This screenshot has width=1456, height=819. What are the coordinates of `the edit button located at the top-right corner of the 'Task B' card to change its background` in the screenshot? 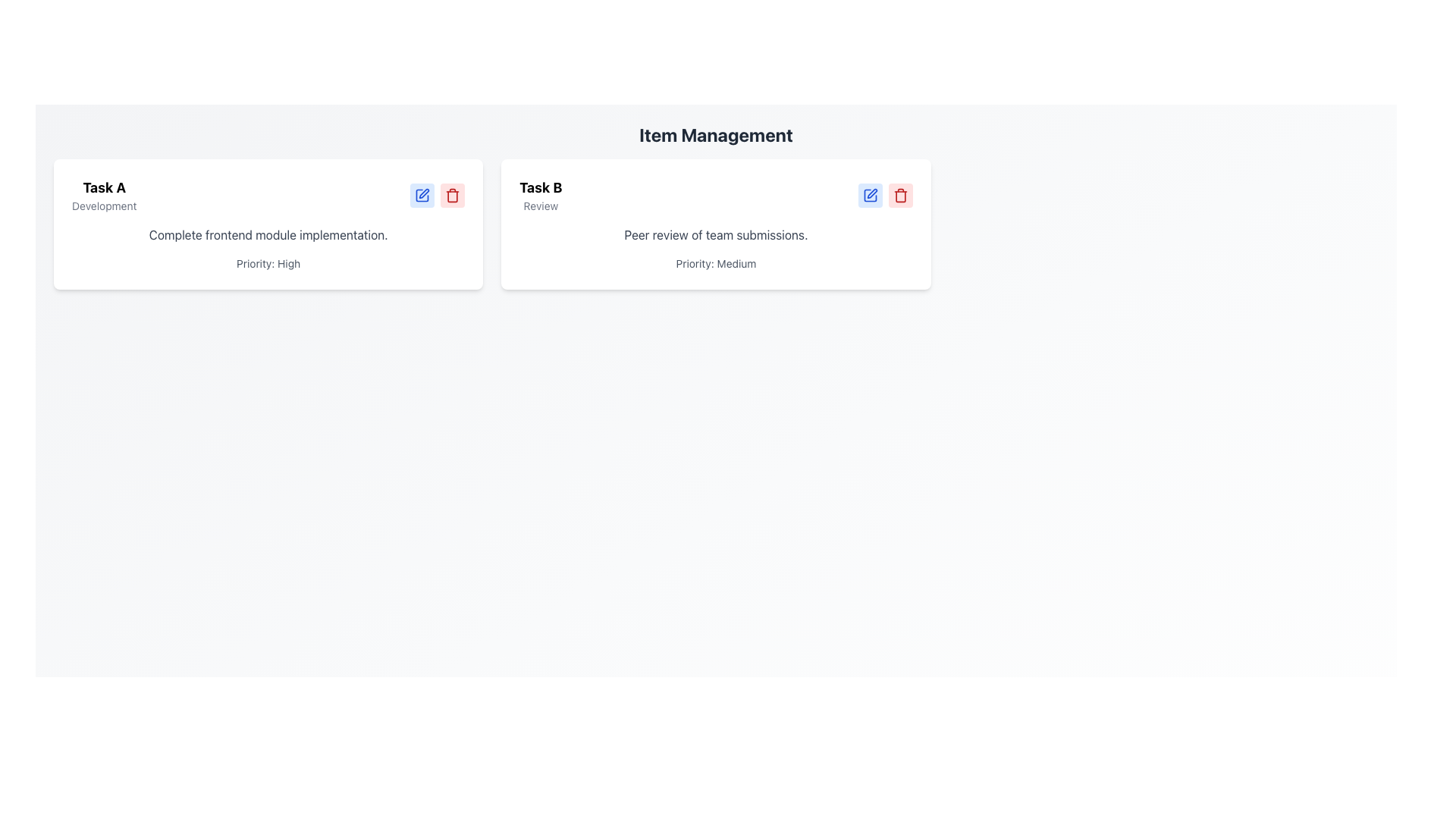 It's located at (870, 195).